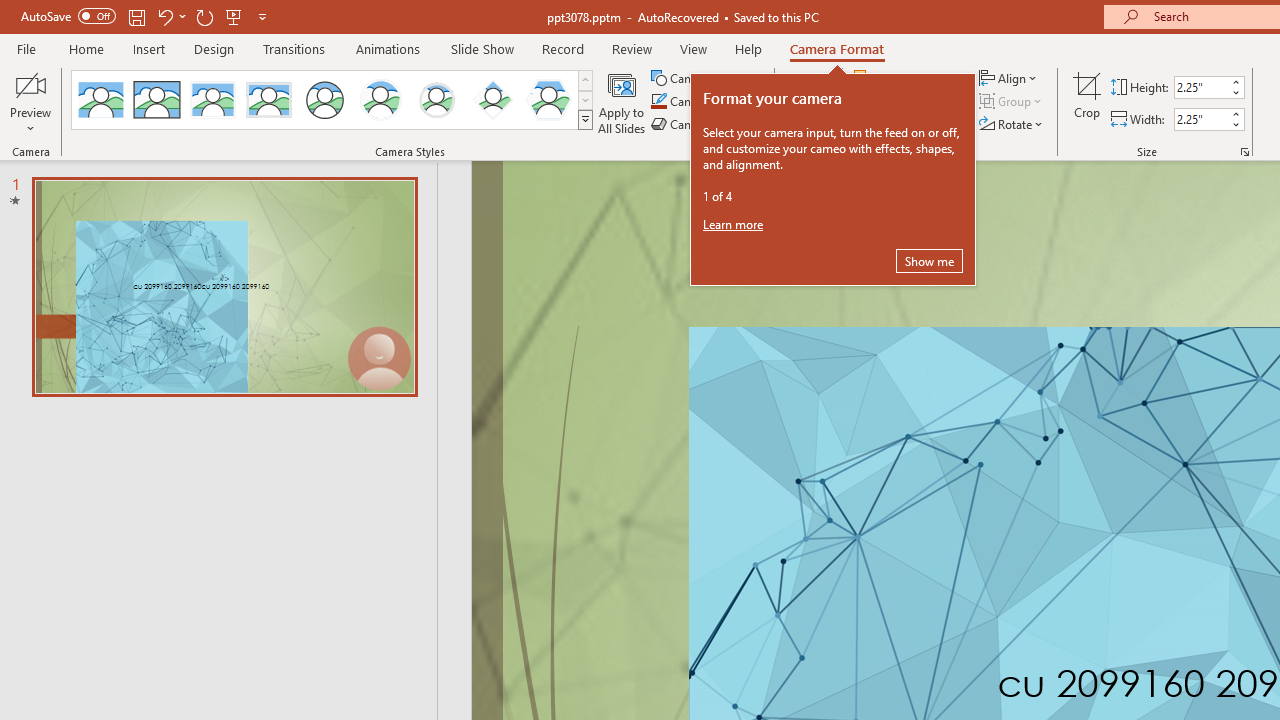  I want to click on 'Camera Format', so click(837, 48).